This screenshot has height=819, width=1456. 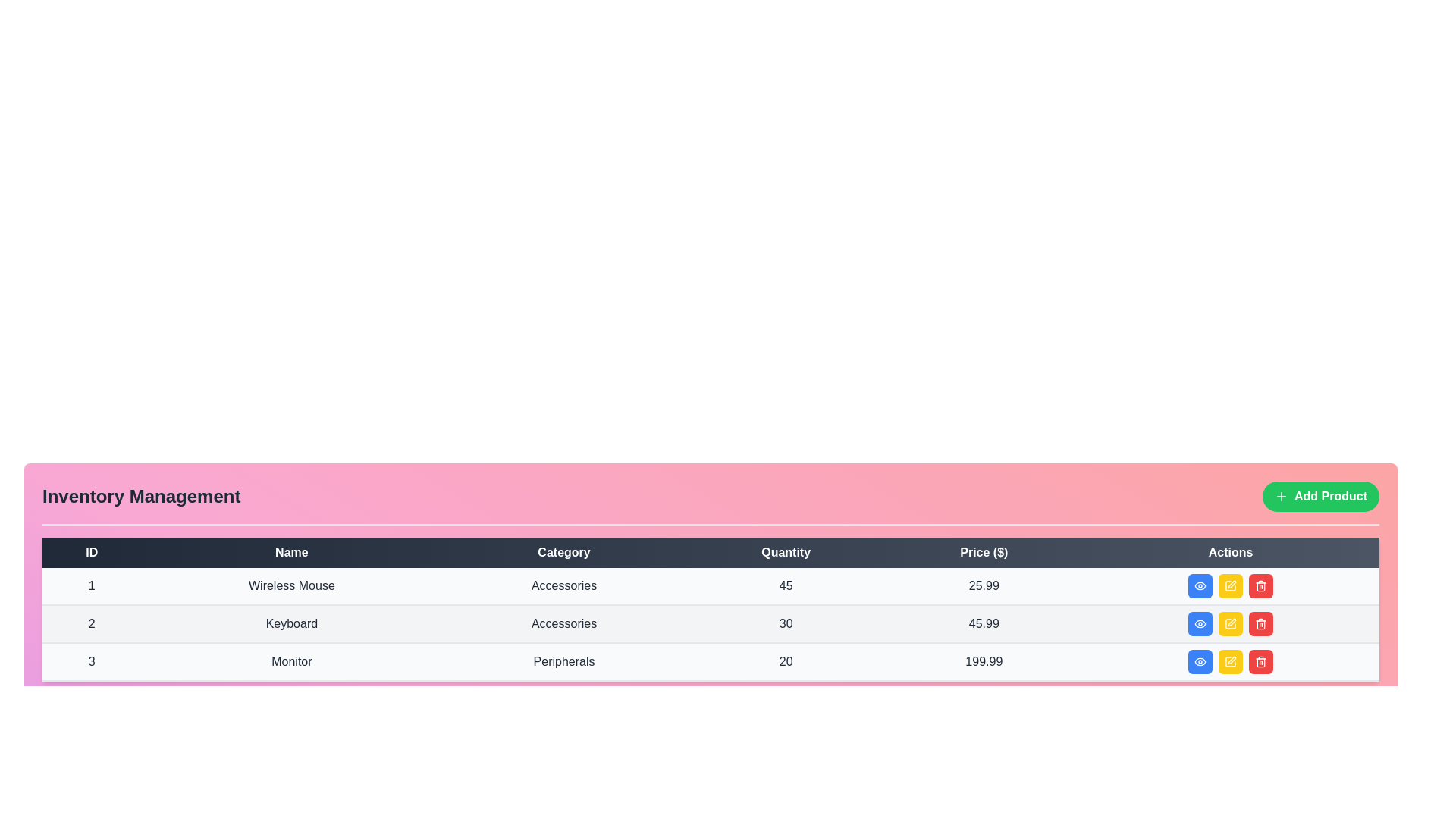 I want to click on the static text label element displaying 'ID', which is in bold white font on a dark background, located in the upper-left portion of the tabular header row, so click(x=91, y=553).